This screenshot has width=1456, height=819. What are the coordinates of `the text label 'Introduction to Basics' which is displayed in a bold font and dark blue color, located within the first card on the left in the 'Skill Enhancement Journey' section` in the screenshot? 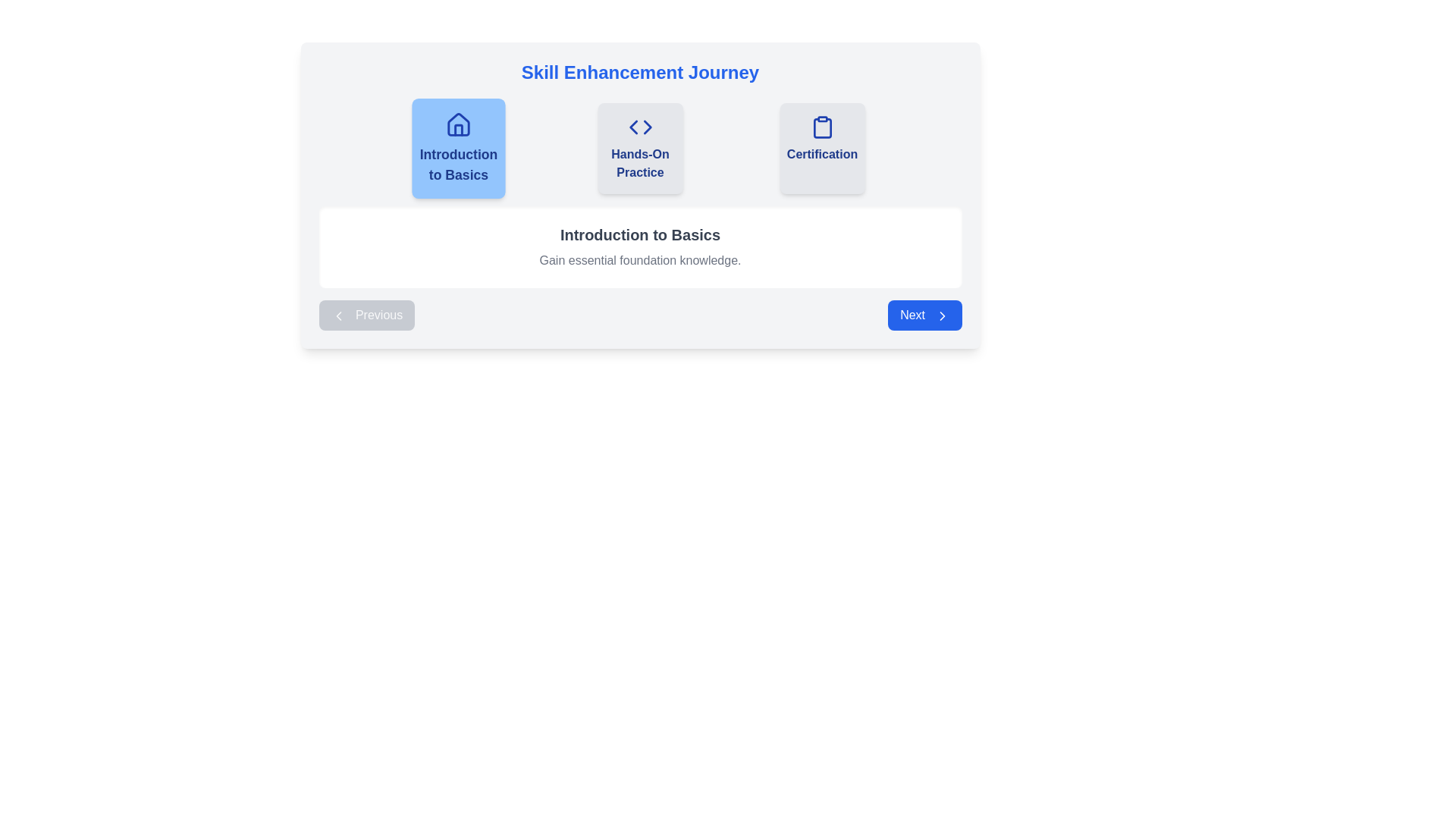 It's located at (457, 165).